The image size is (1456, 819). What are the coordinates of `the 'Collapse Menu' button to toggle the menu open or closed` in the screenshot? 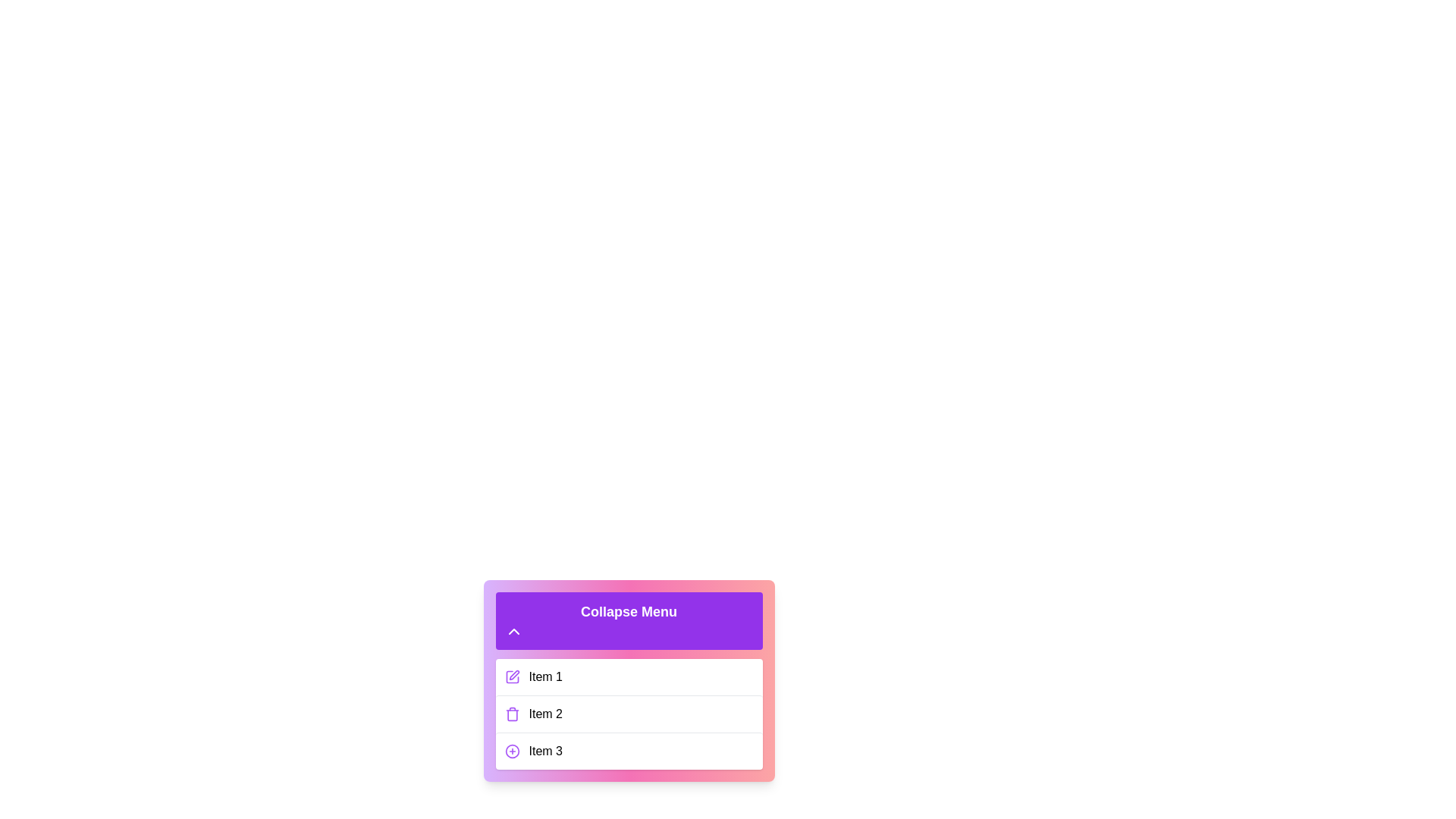 It's located at (629, 620).